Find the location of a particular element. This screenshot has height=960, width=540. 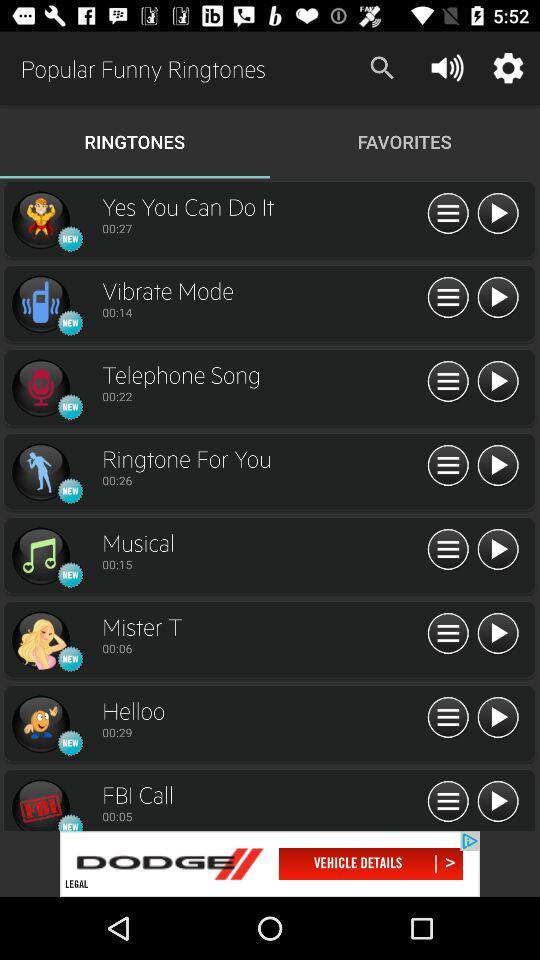

game icon is located at coordinates (40, 723).